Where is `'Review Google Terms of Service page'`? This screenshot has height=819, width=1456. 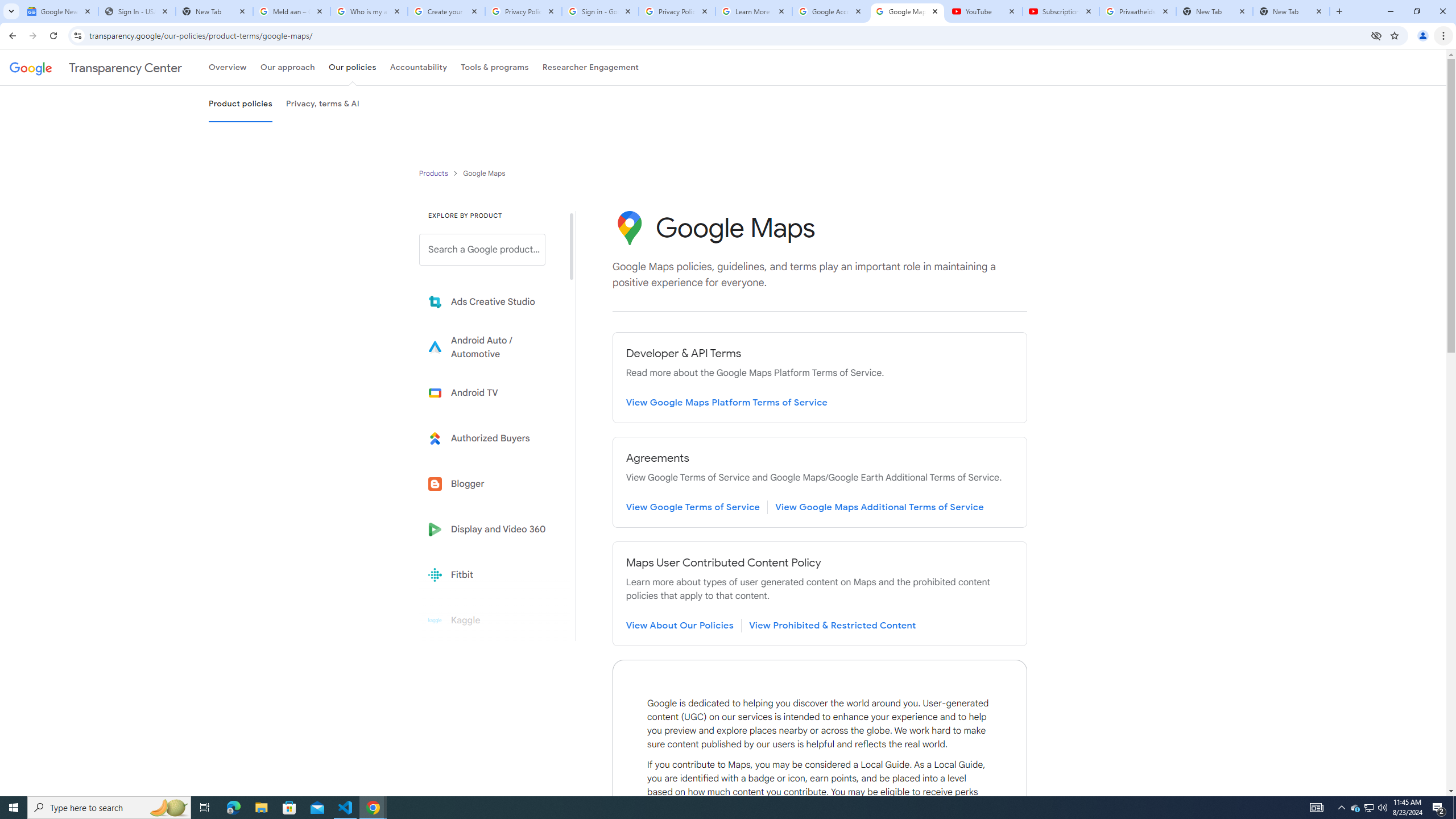 'Review Google Terms of Service page' is located at coordinates (693, 507).